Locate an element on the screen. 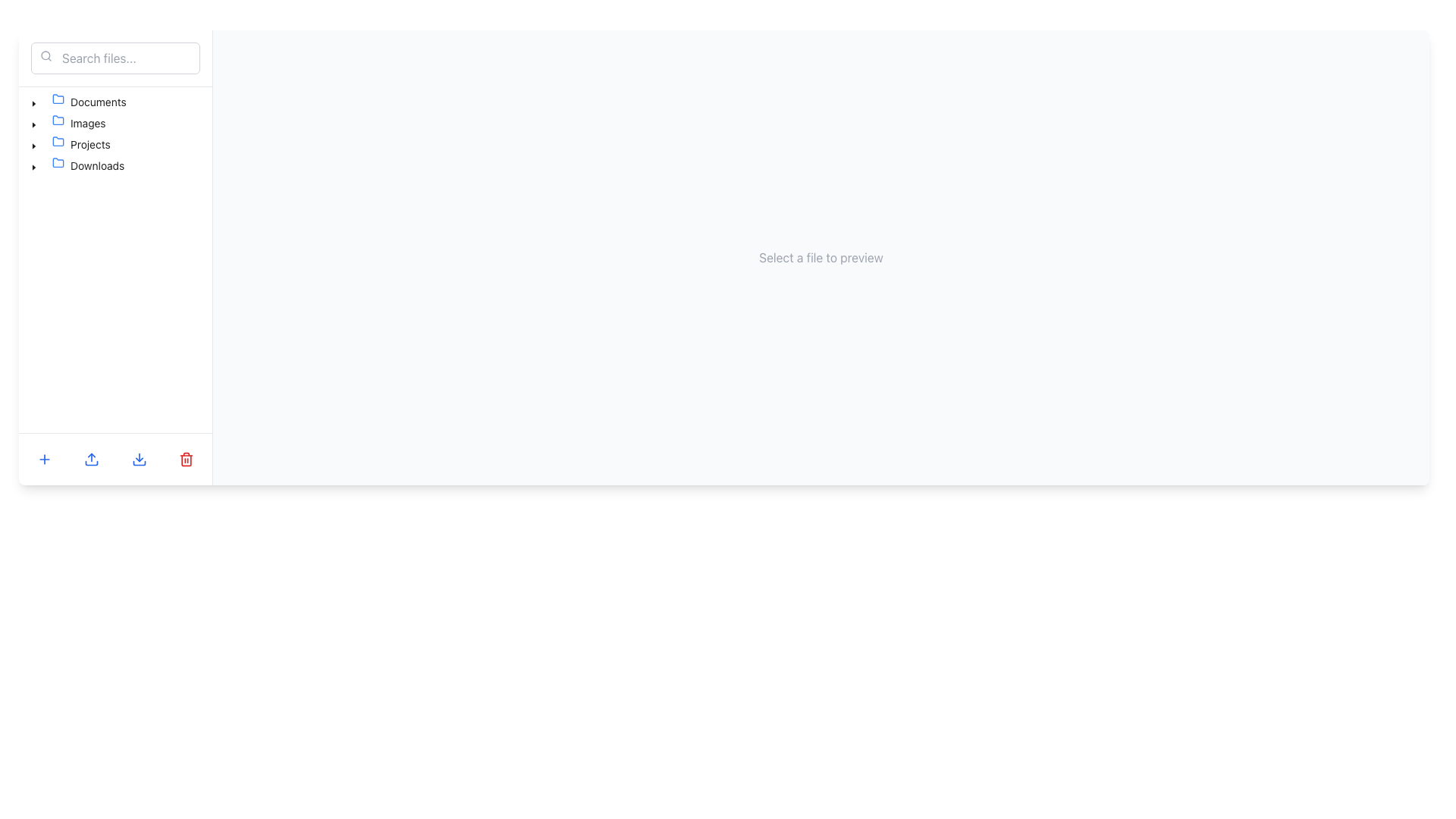  the 'Documents' folder in the left-hand panel is located at coordinates (77, 102).